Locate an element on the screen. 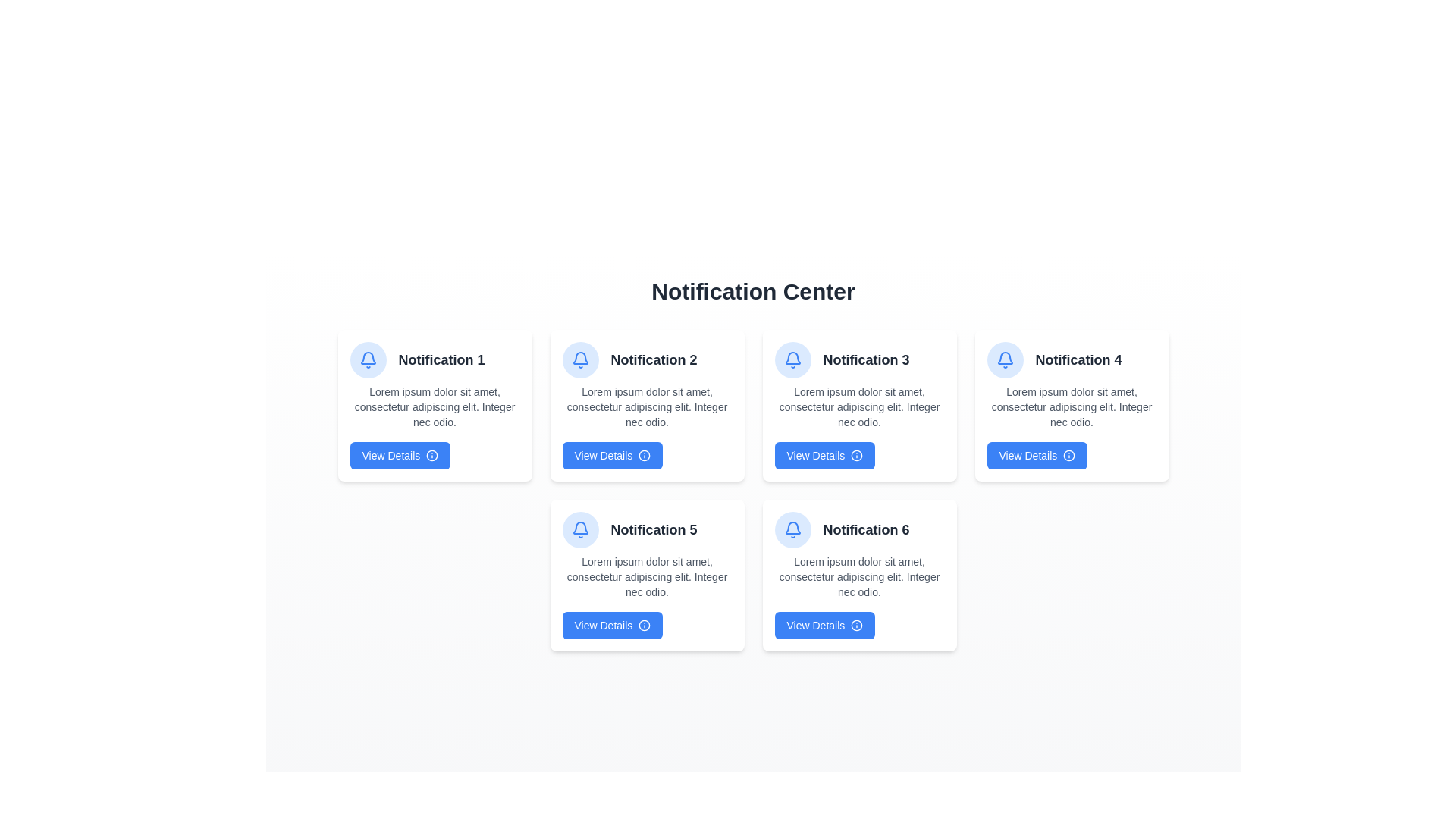  the Notification header element that contains a blue-tinted circular background with a bell icon and the text 'Notification 5' is located at coordinates (647, 529).